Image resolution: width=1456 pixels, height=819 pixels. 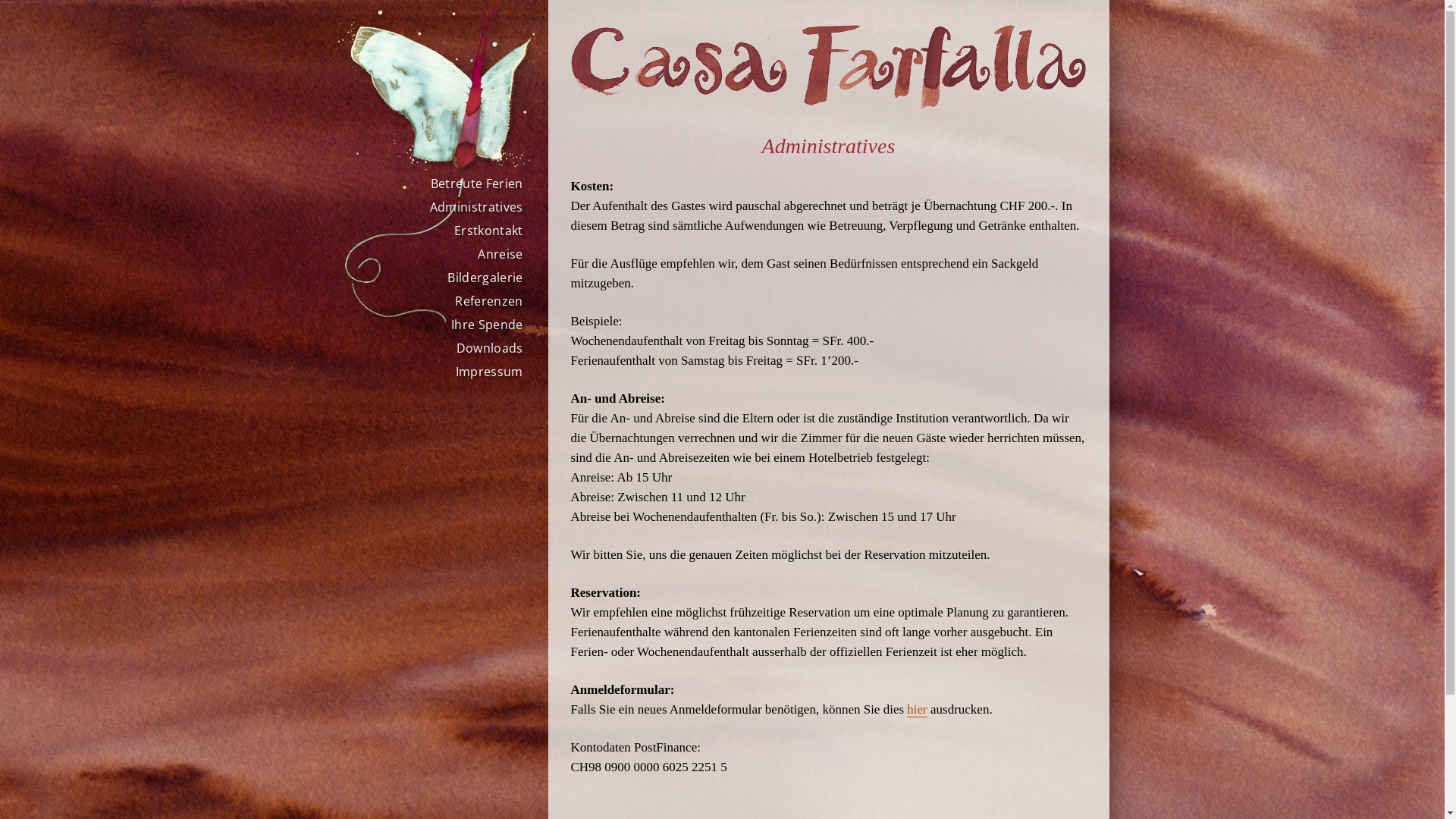 What do you see at coordinates (490, 348) in the screenshot?
I see `'Downloads'` at bounding box center [490, 348].